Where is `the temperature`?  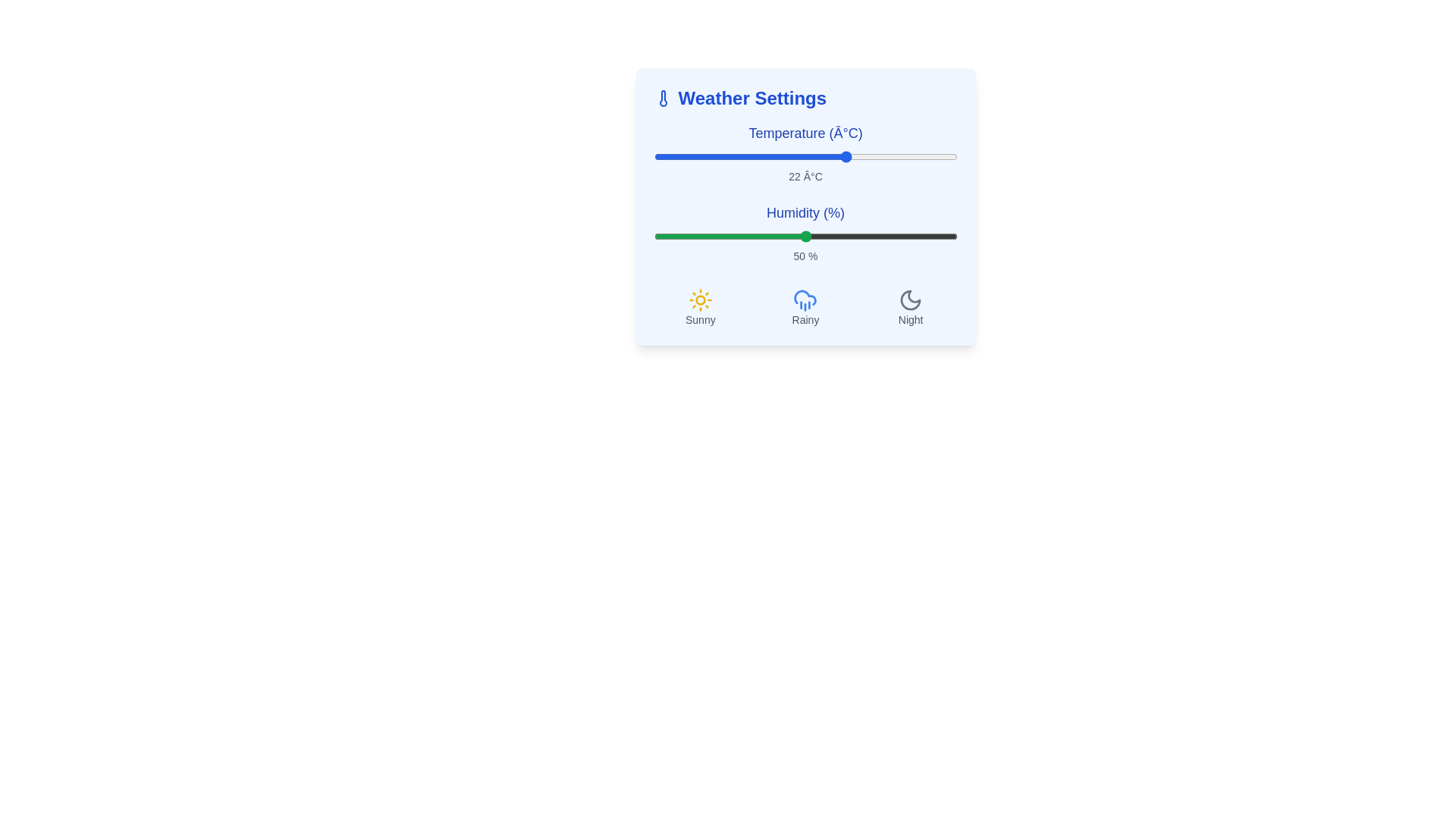
the temperature is located at coordinates (944, 157).